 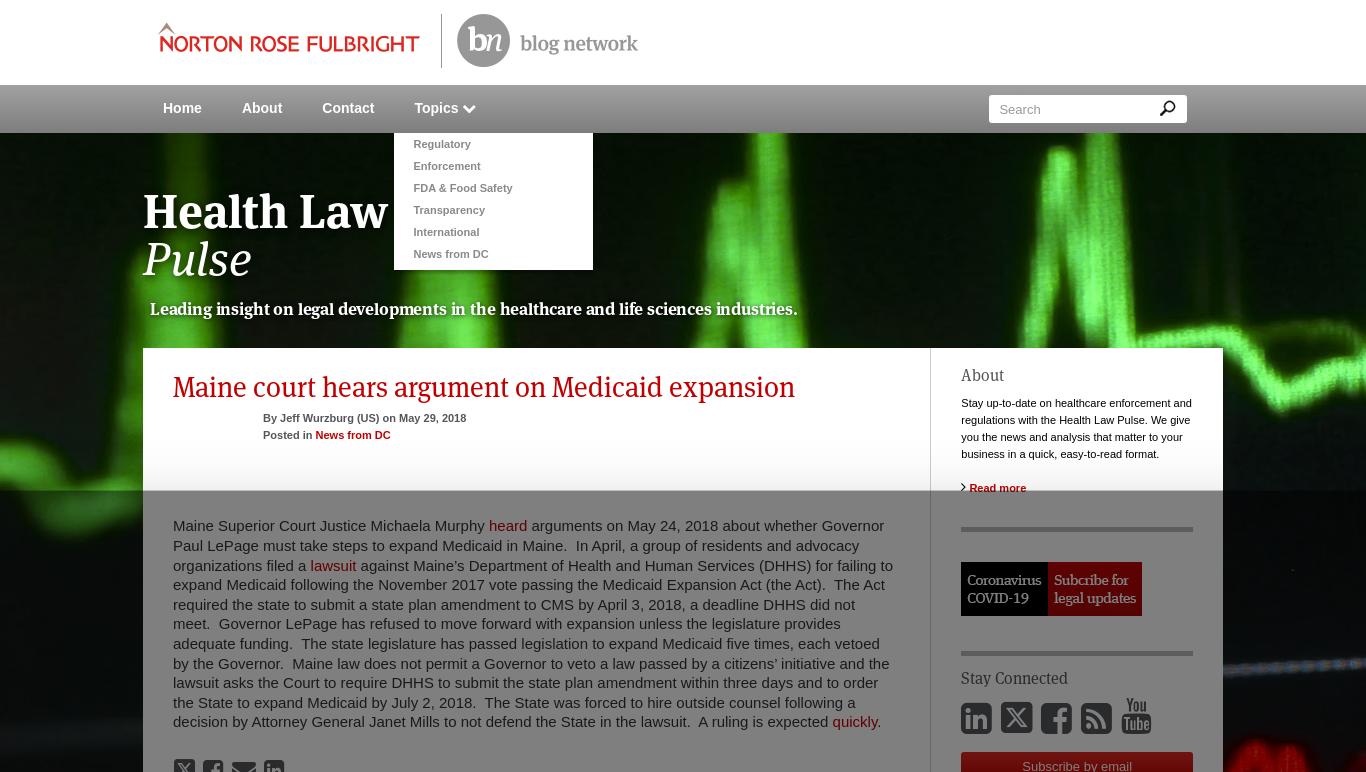 What do you see at coordinates (528, 545) in the screenshot?
I see `'arguments on May 24, 2018 about whether Governor Paul LePage must take steps to expand Medicaid in Maine.  In April, a group of residents and advocacy organizations filed a'` at bounding box center [528, 545].